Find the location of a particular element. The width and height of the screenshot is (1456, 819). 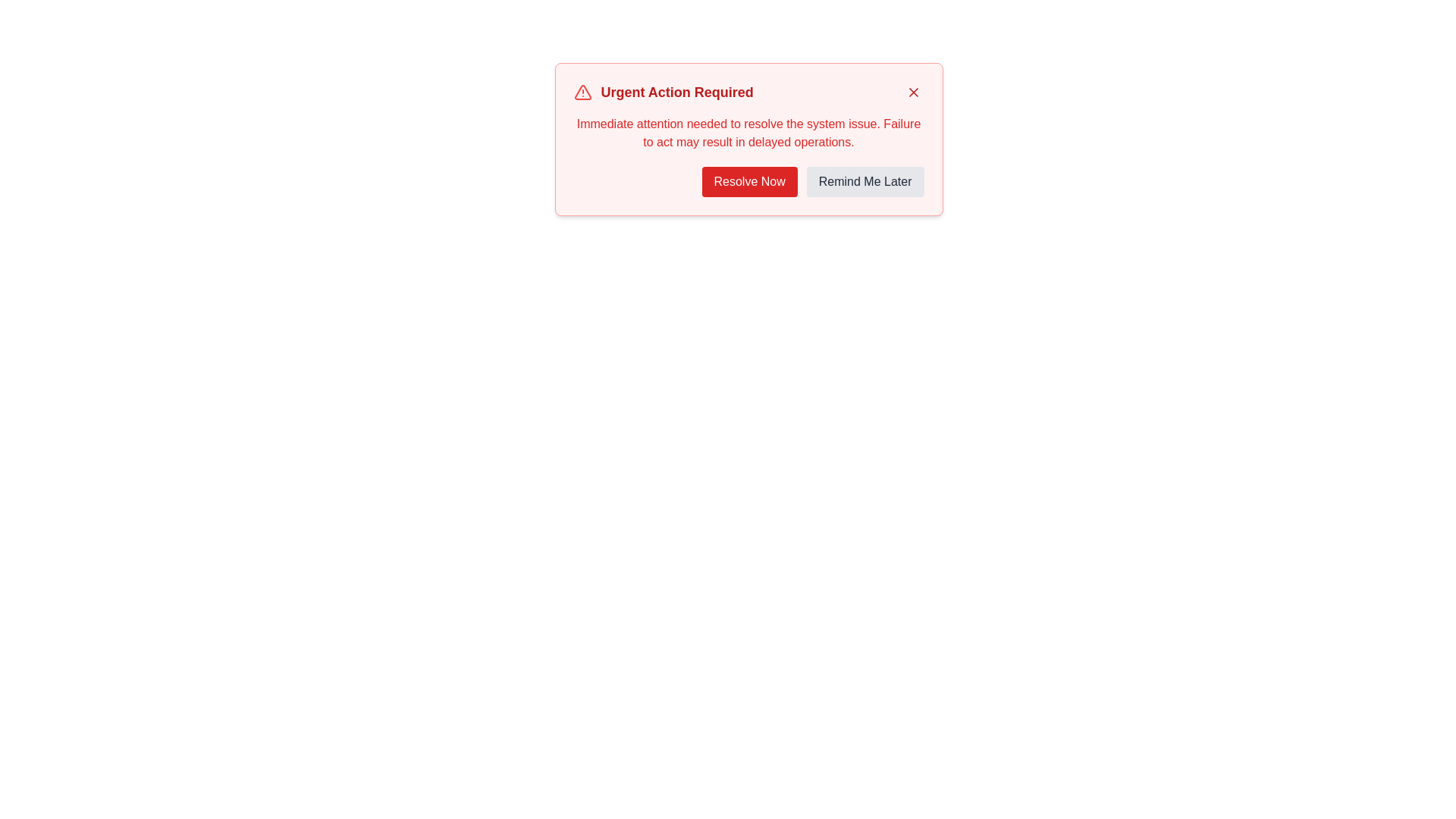

urgent message displayed in the red-colored text block that states 'Immediate attention needed to resolve the system issue. Failure to act may result in delayed operations.' is located at coordinates (748, 133).